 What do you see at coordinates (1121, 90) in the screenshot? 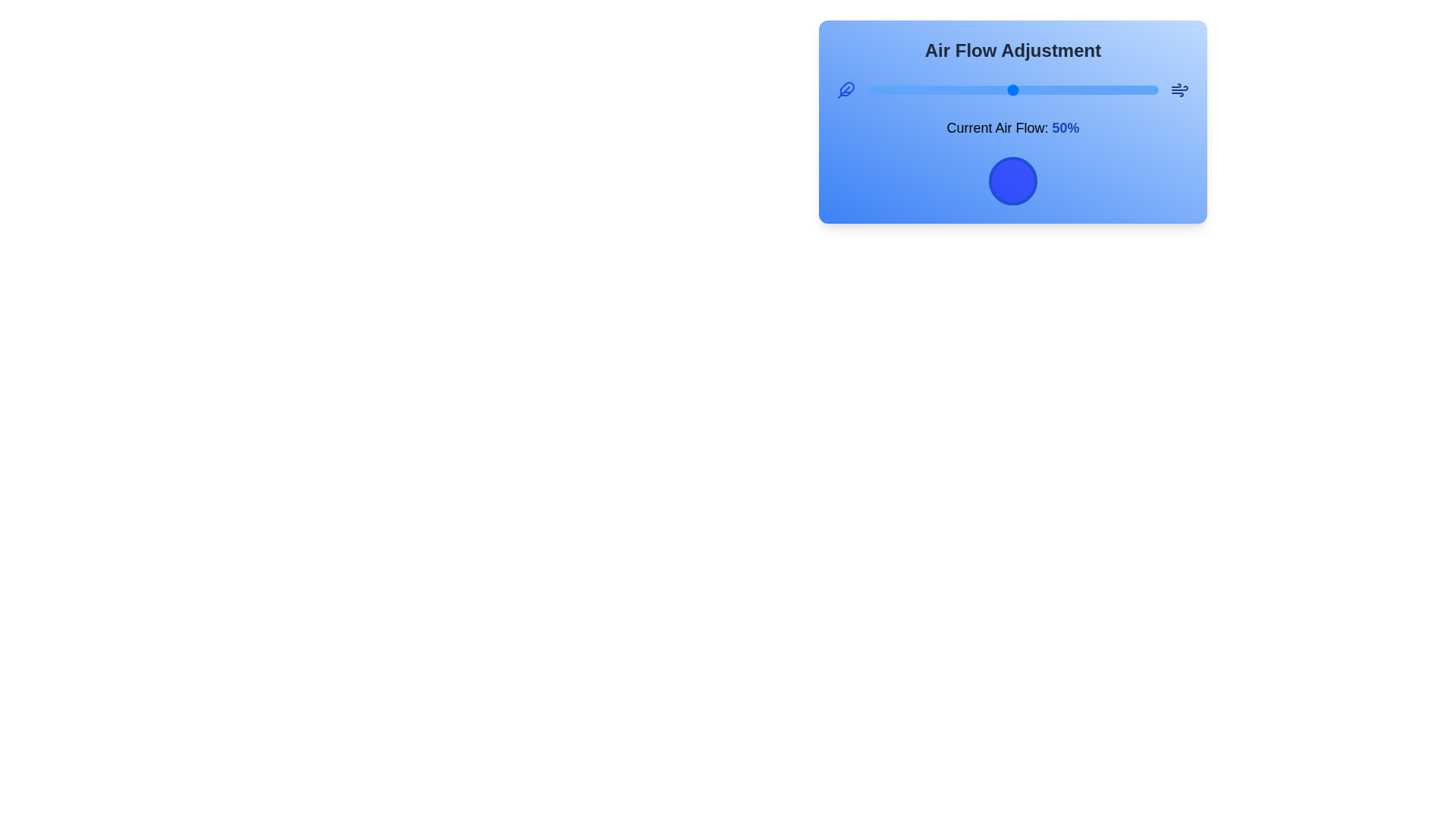
I see `the airflow slider to 87%` at bounding box center [1121, 90].